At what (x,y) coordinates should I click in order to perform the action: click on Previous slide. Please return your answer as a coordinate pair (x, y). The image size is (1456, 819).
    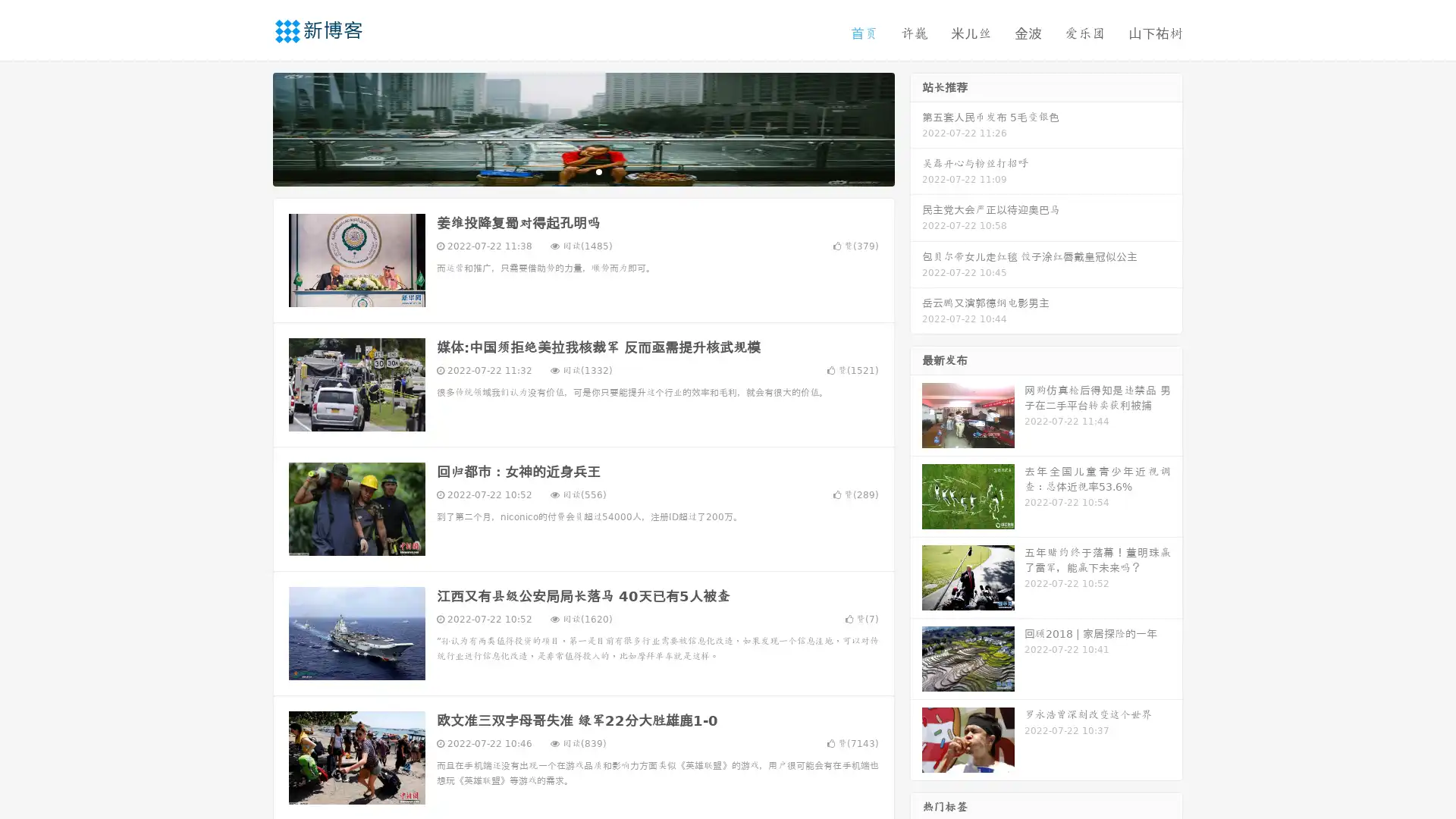
    Looking at the image, I should click on (250, 127).